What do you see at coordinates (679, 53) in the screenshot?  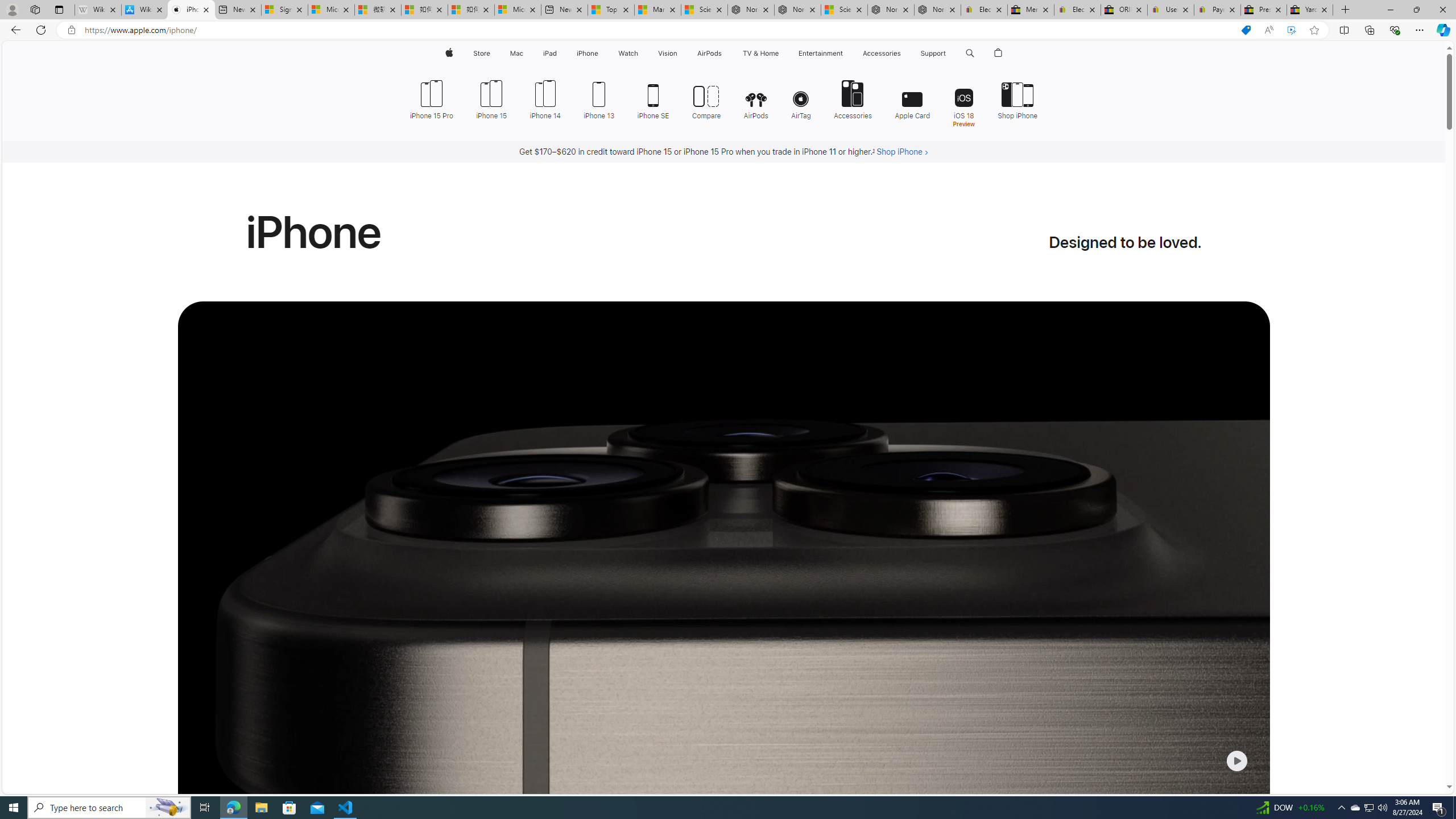 I see `'Vision menu'` at bounding box center [679, 53].